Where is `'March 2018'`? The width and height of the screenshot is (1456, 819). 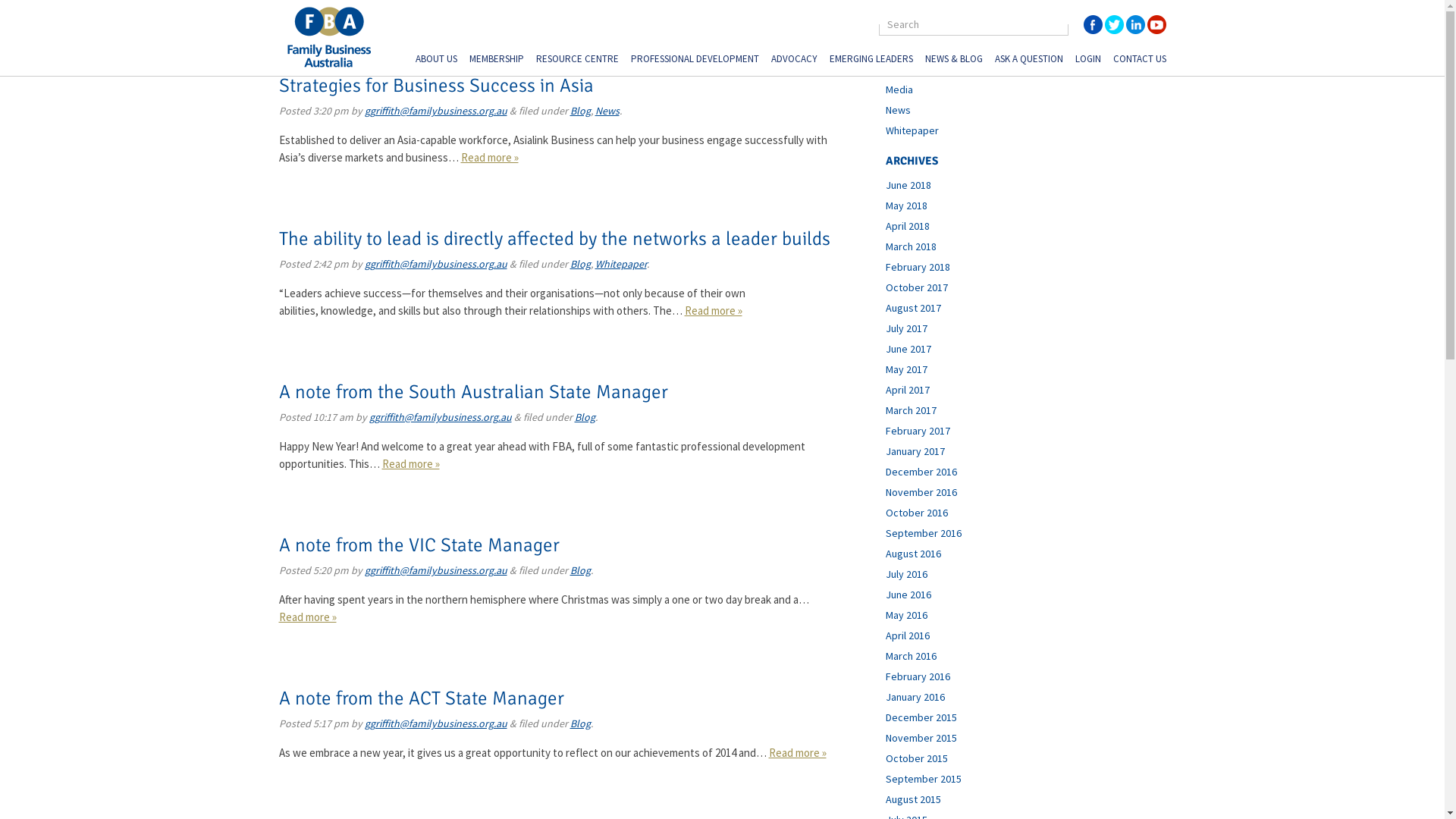
'March 2018' is located at coordinates (885, 245).